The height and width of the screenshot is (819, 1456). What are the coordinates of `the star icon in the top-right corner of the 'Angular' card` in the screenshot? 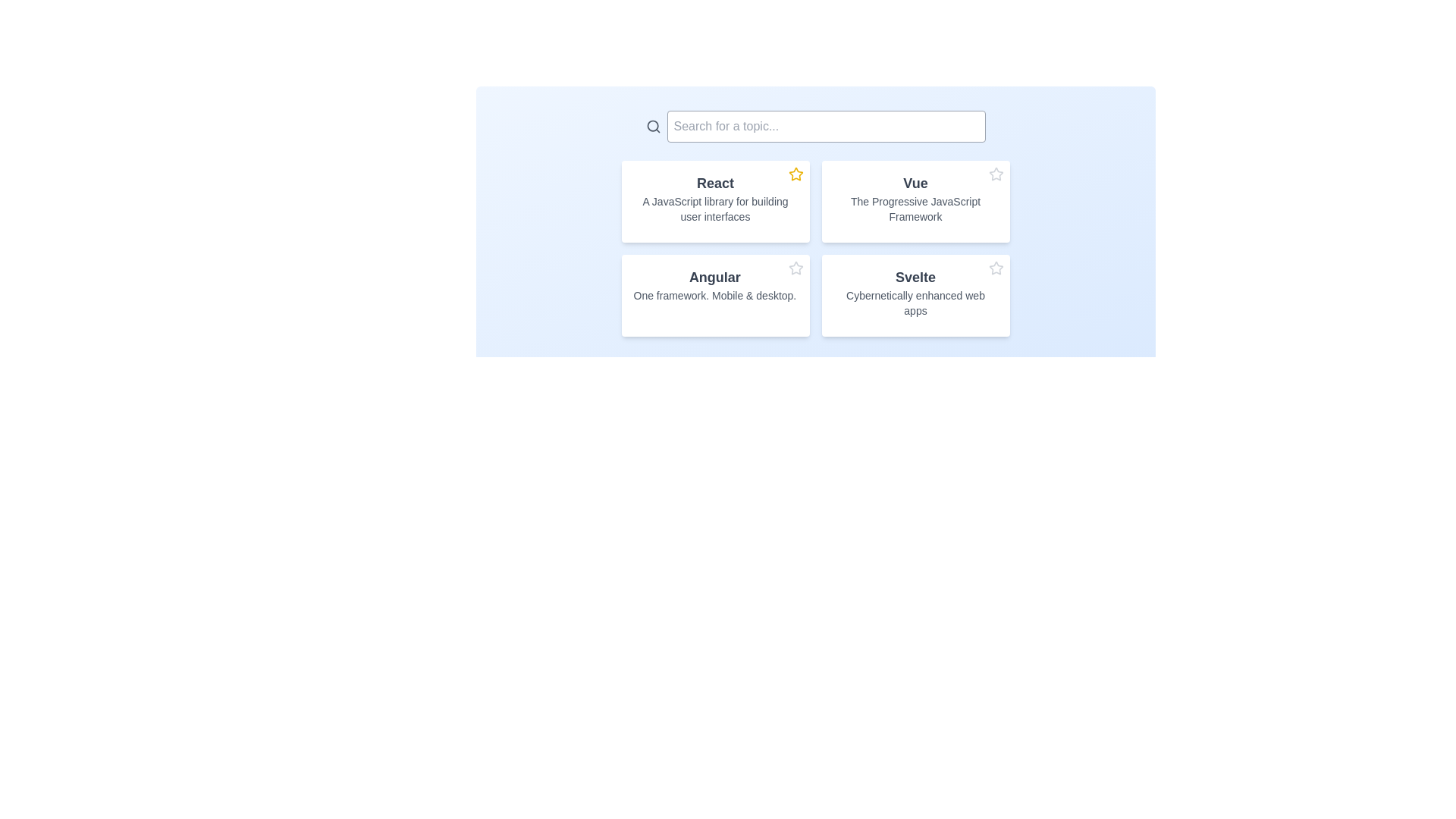 It's located at (795, 268).